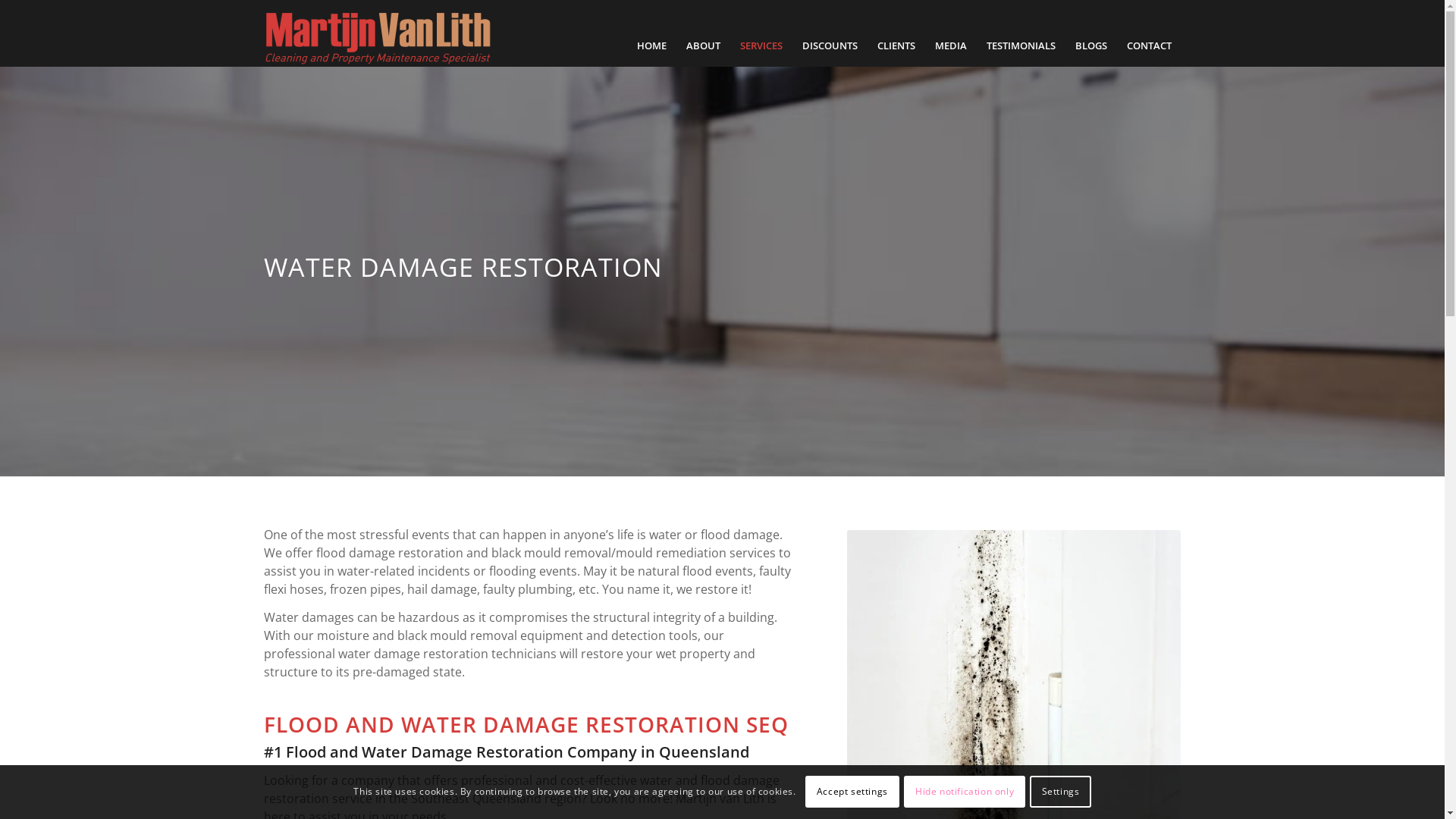  Describe the element at coordinates (761, 45) in the screenshot. I see `'SERVICES'` at that location.